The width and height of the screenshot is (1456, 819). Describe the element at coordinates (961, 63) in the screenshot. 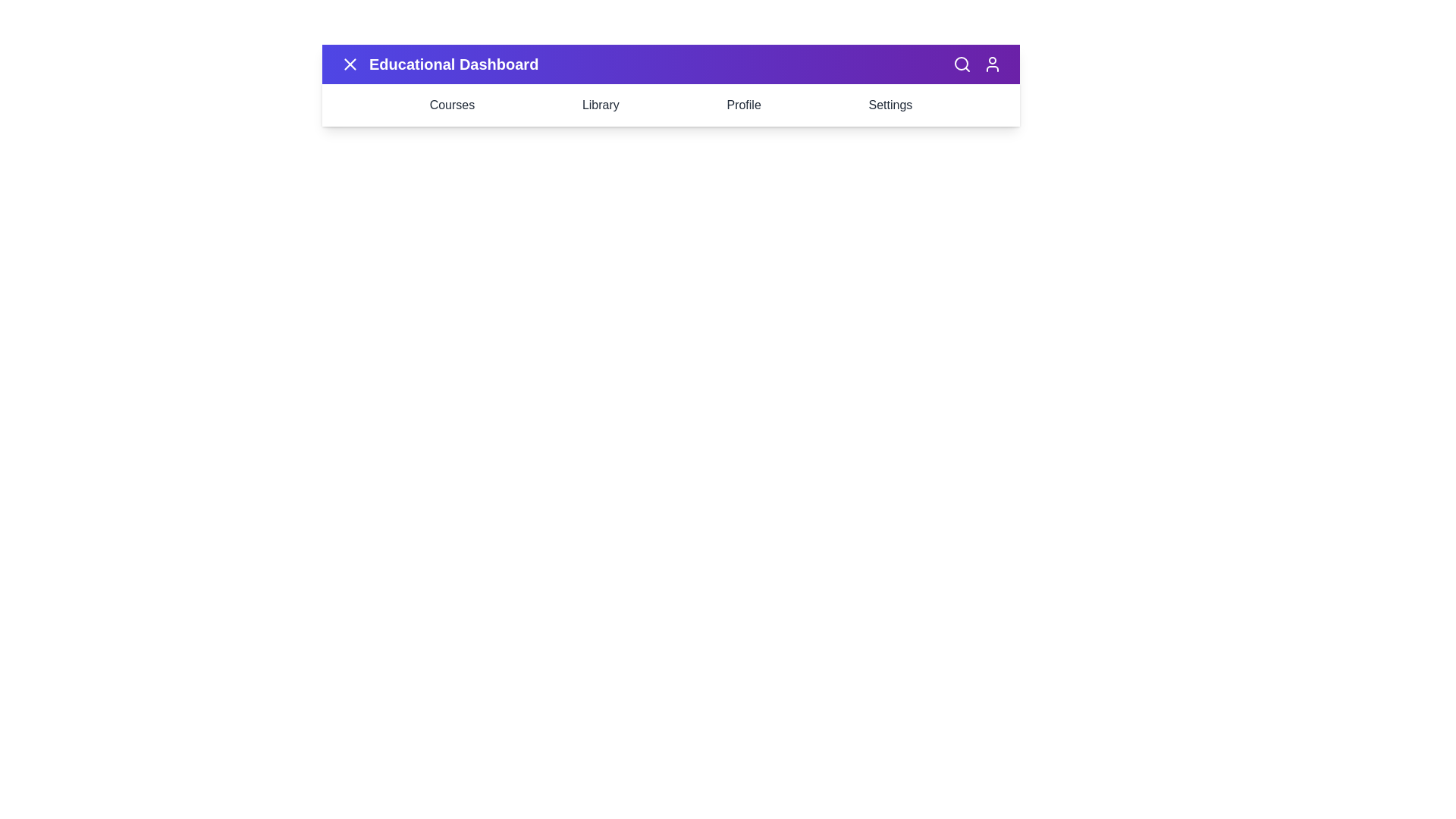

I see `the search icon in the top right corner of the dashboard bar` at that location.